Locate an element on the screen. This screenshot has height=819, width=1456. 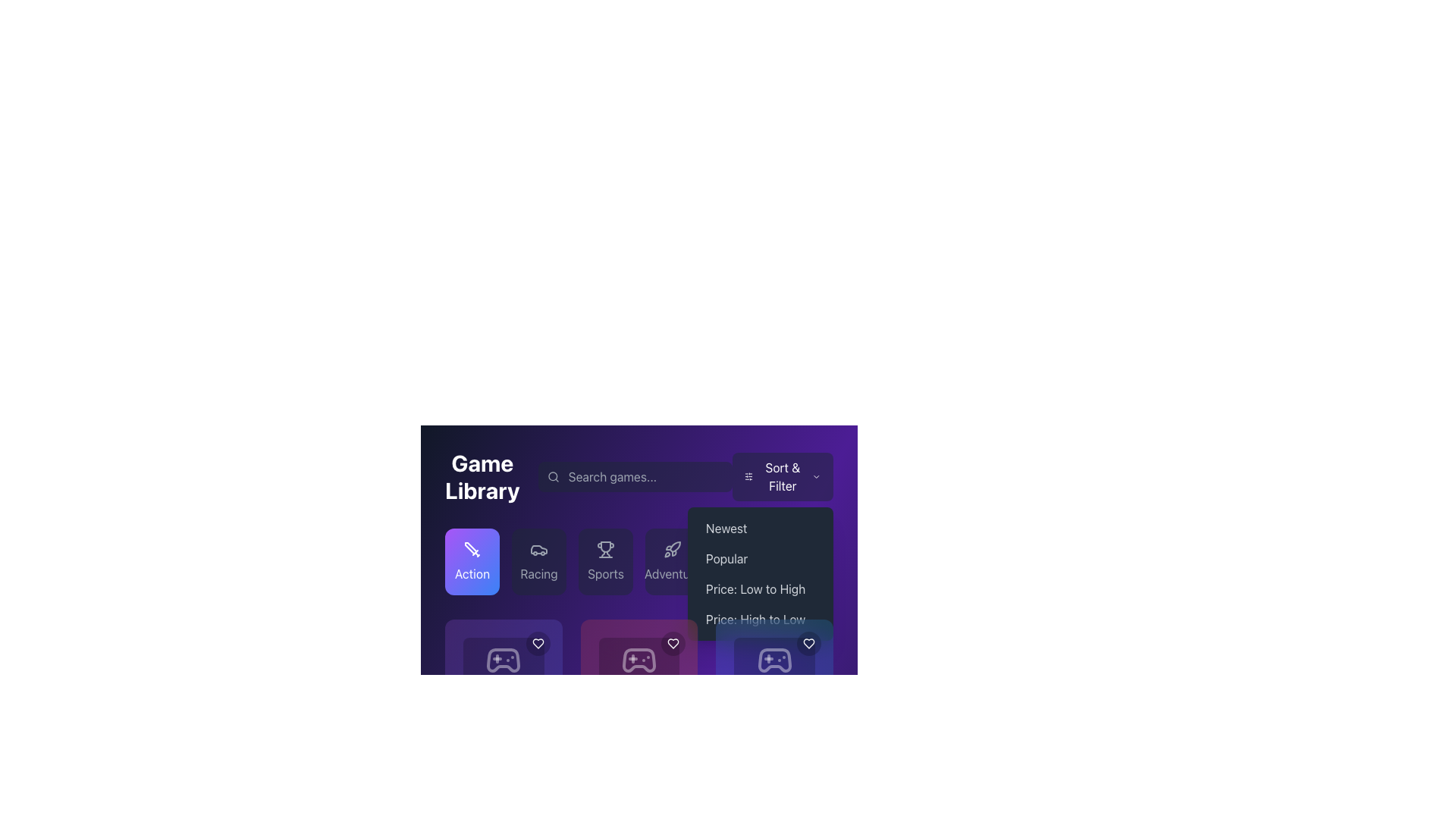
the button located in the upper-right corner of the interface is located at coordinates (783, 475).